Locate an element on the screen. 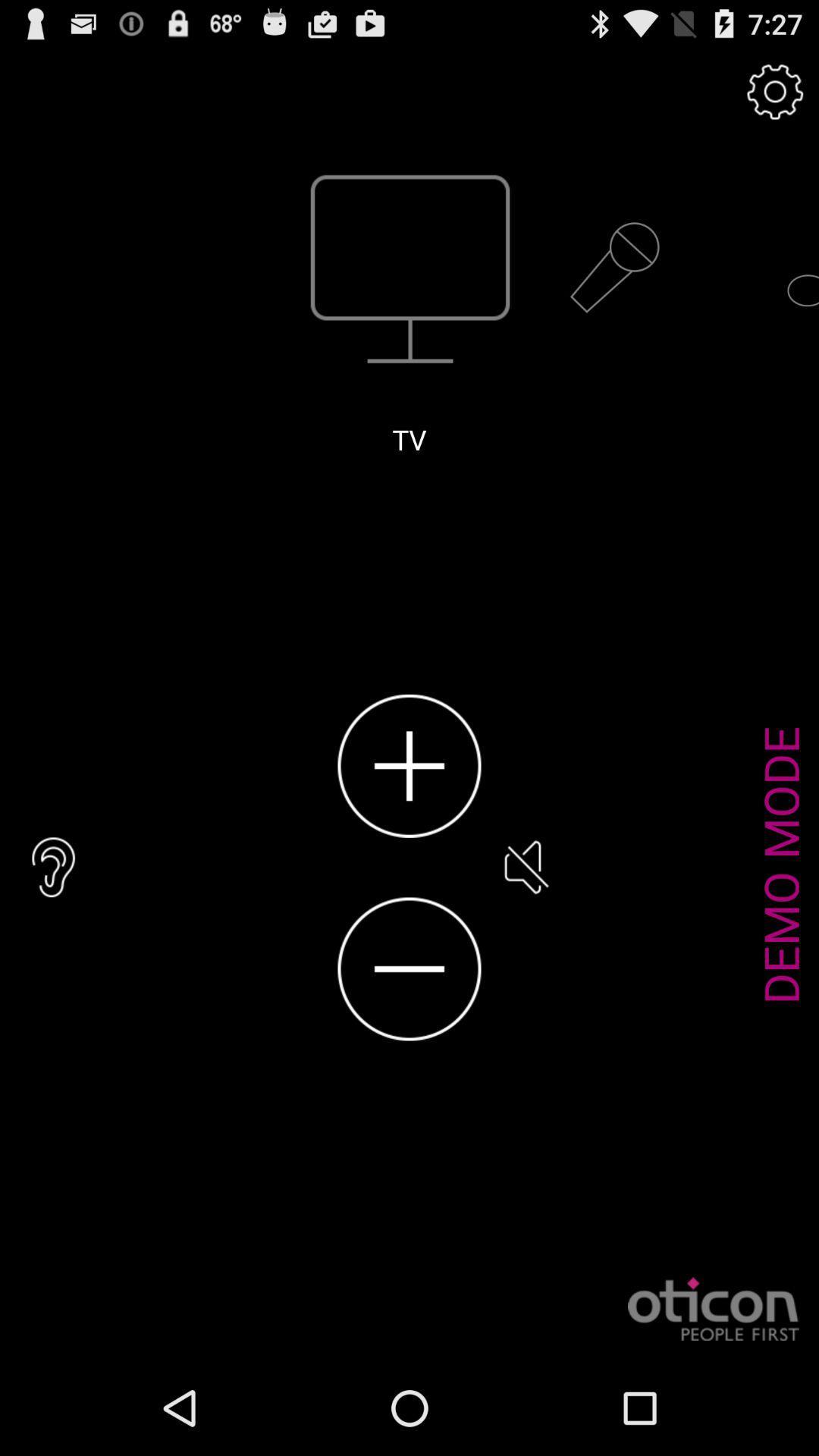 Image resolution: width=819 pixels, height=1456 pixels. the mute button is located at coordinates (524, 867).